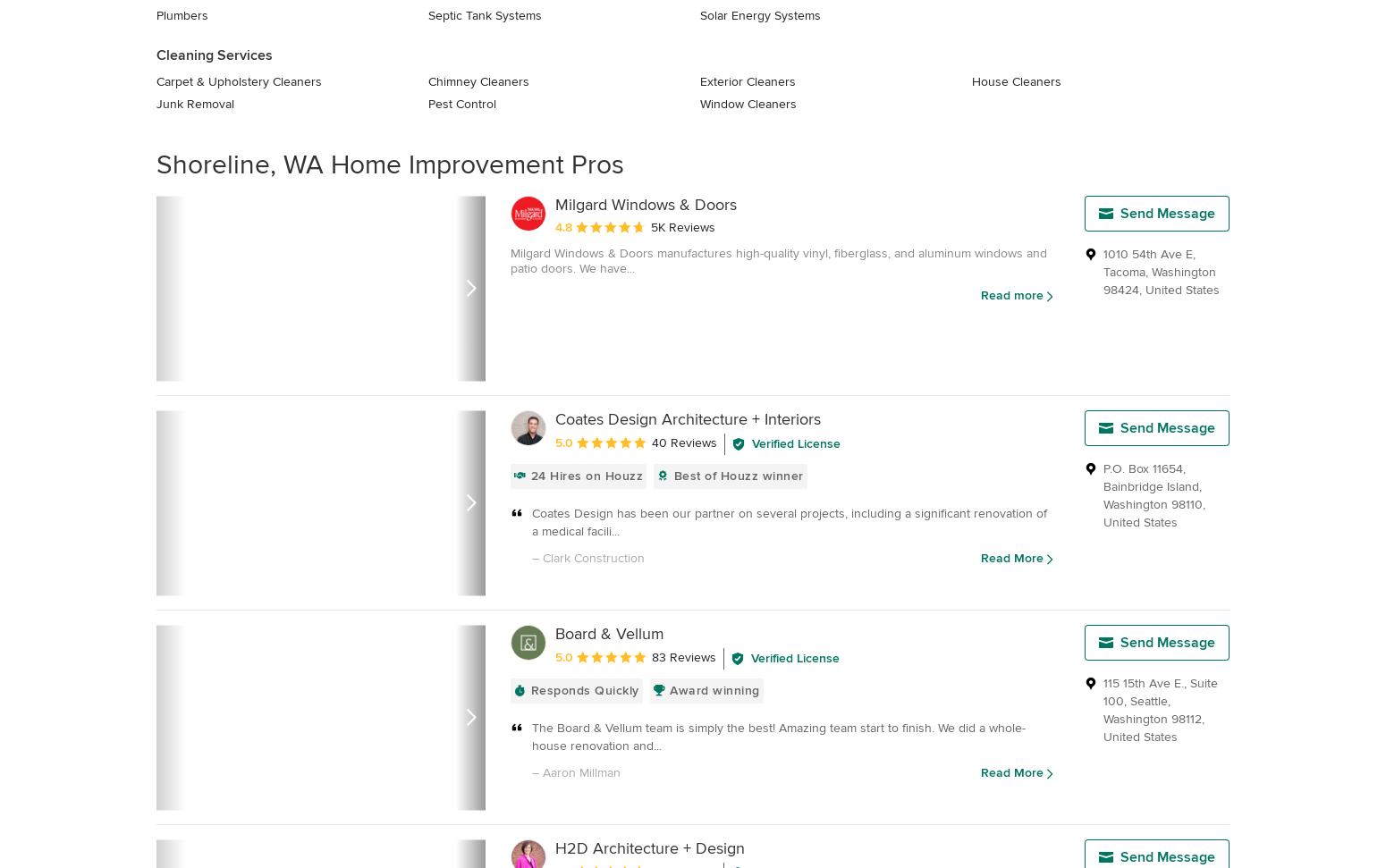 This screenshot has width=1386, height=868. What do you see at coordinates (683, 656) in the screenshot?
I see `'83 Reviews'` at bounding box center [683, 656].